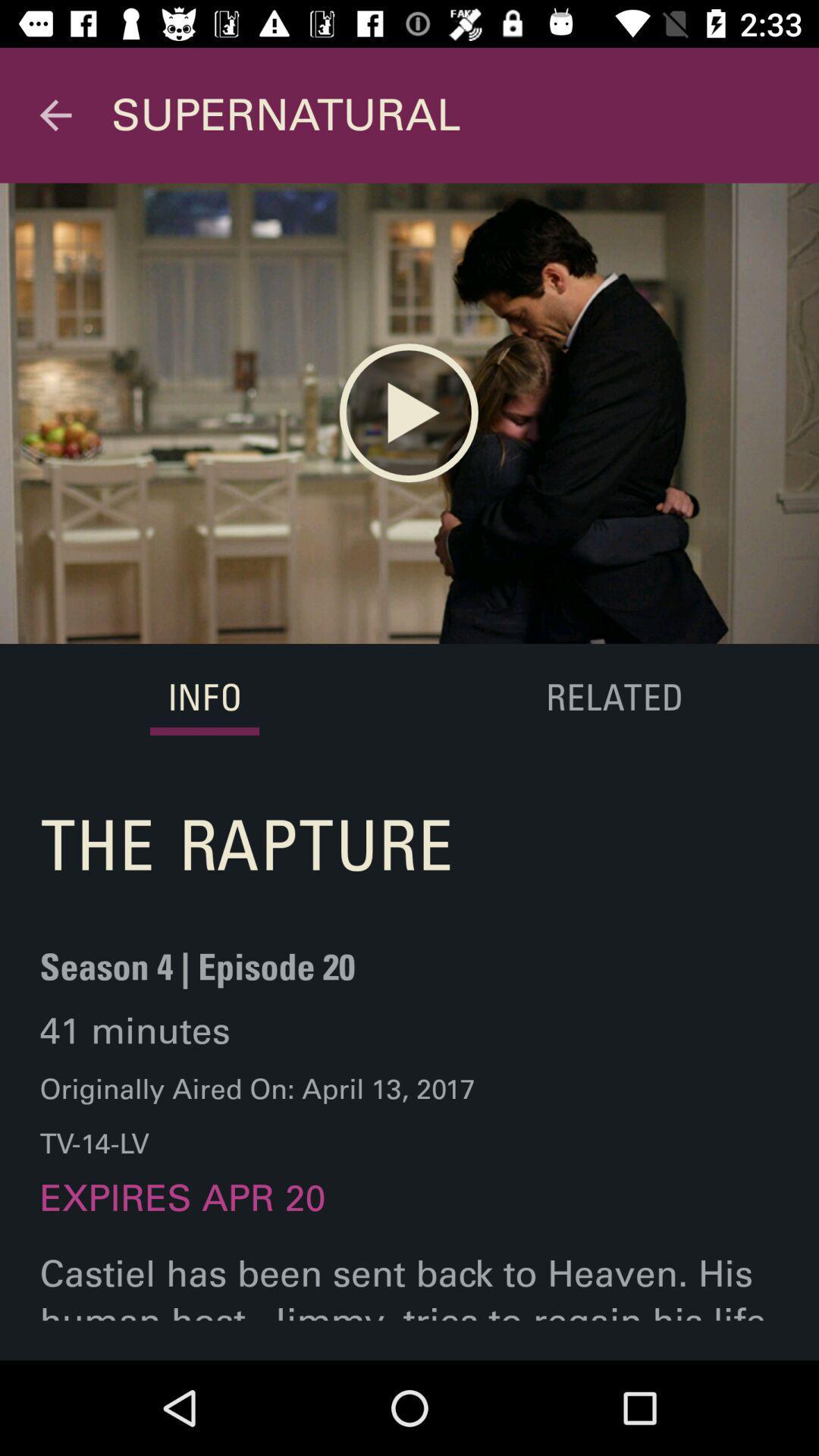  I want to click on the item above the 41 minutes, so click(196, 976).